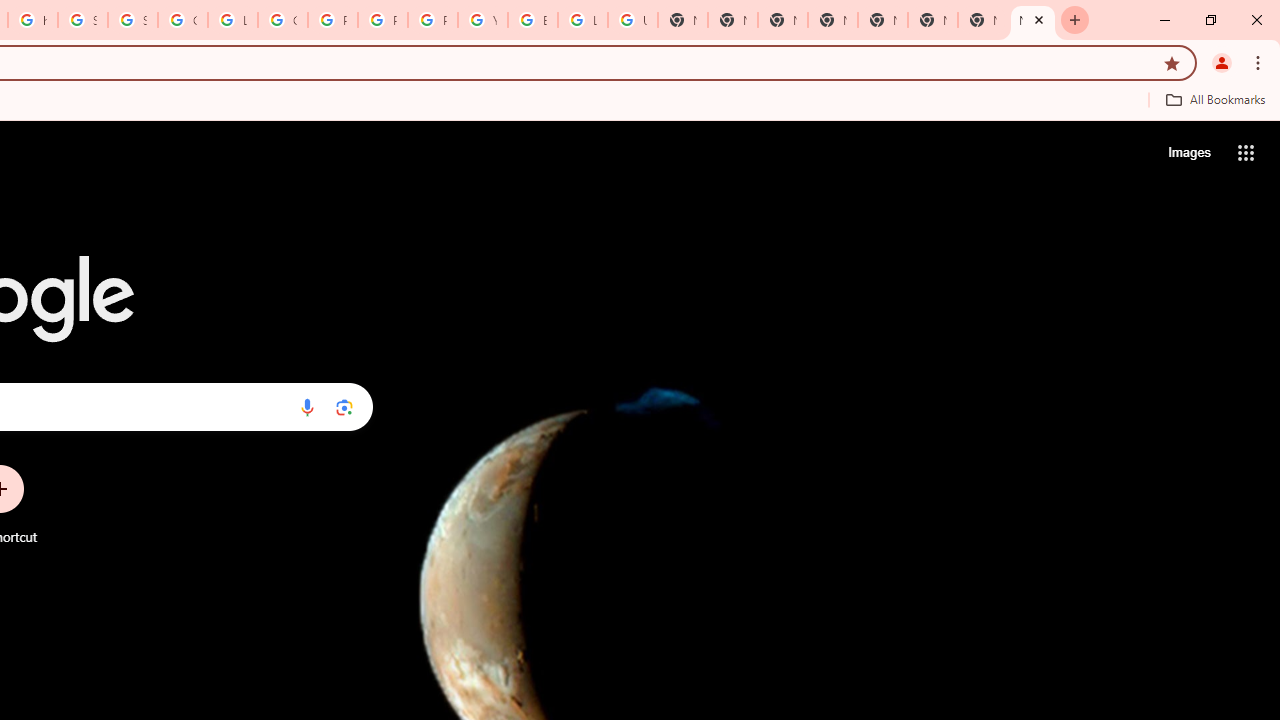 This screenshot has height=720, width=1280. Describe the element at coordinates (383, 20) in the screenshot. I see `'Privacy Help Center - Policies Help'` at that location.